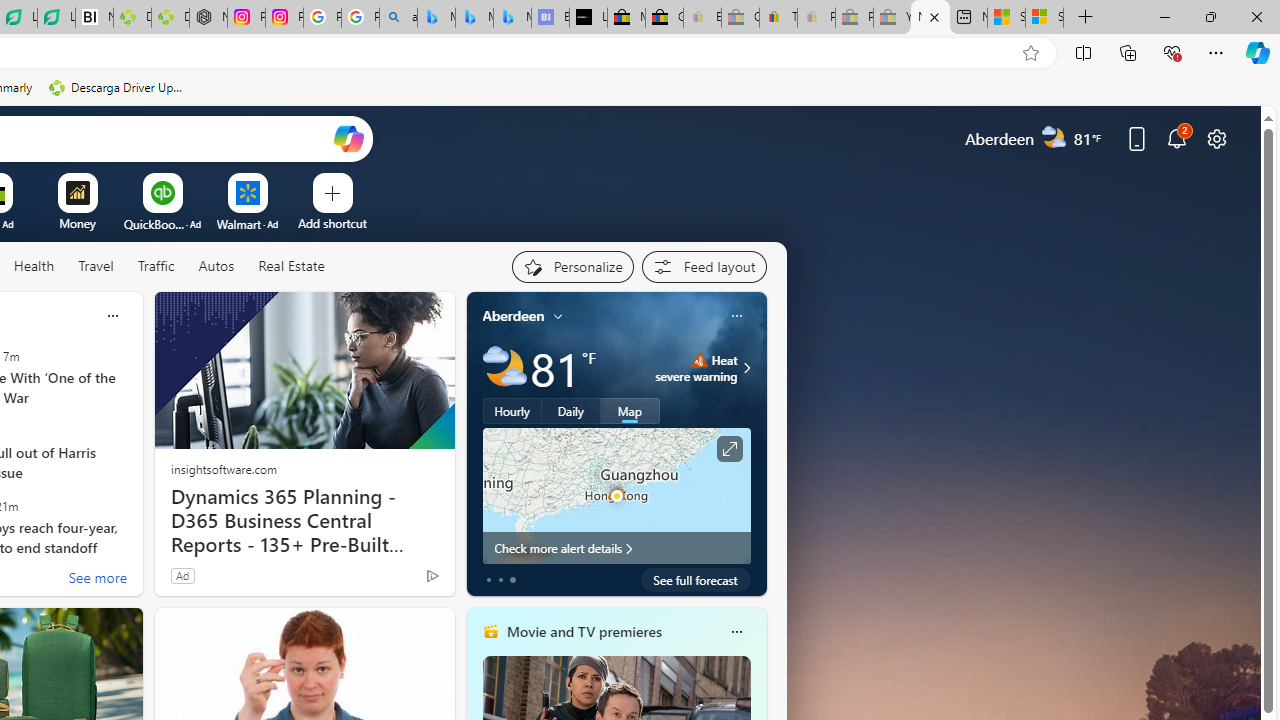 The width and height of the screenshot is (1280, 720). I want to click on 'Microsoft Bing Travel - Shangri-La Hotel Bangkok', so click(512, 17).